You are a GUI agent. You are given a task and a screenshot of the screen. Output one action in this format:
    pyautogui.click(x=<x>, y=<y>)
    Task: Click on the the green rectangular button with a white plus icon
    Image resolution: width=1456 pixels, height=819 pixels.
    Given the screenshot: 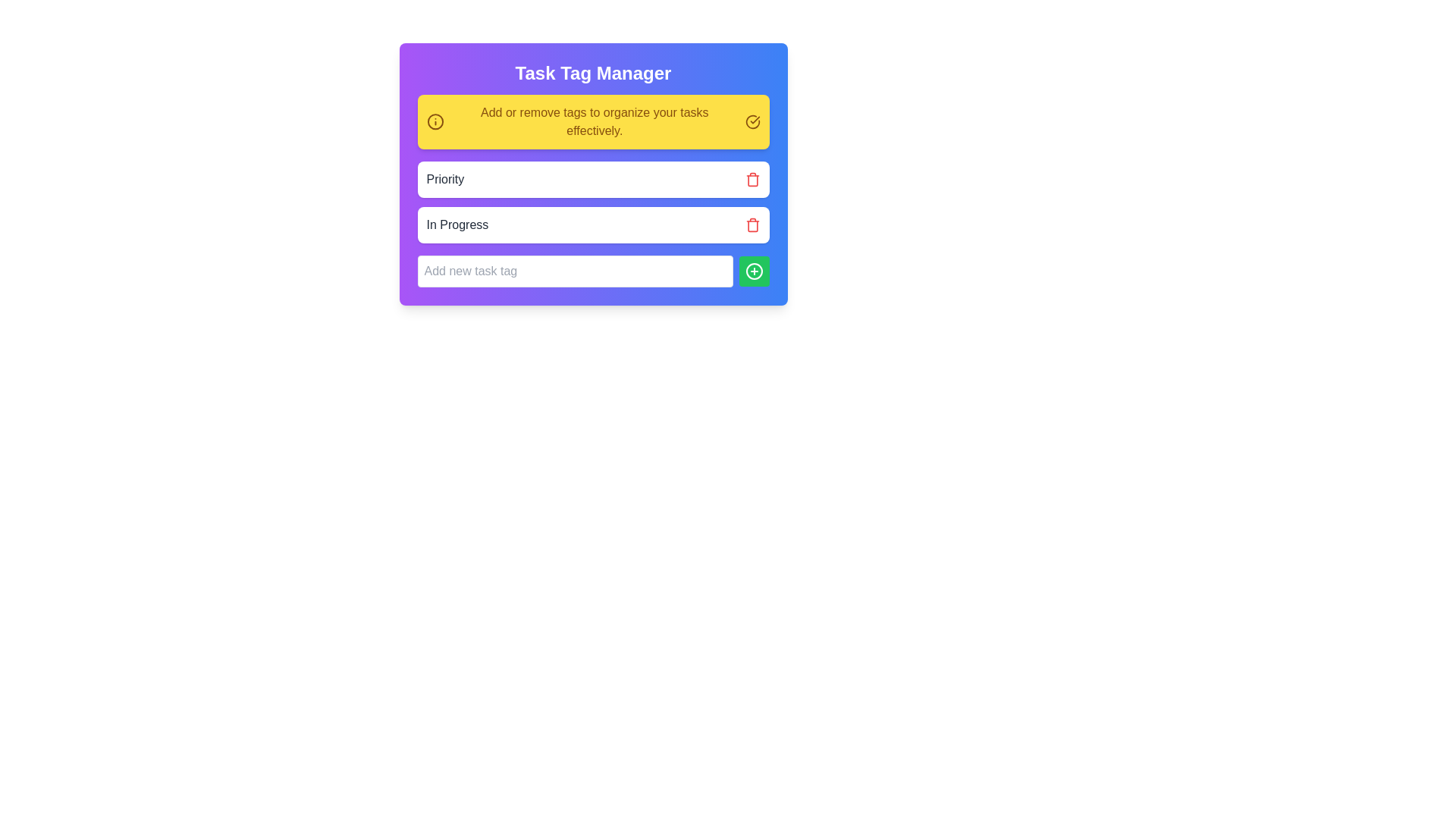 What is the action you would take?
    pyautogui.click(x=754, y=271)
    